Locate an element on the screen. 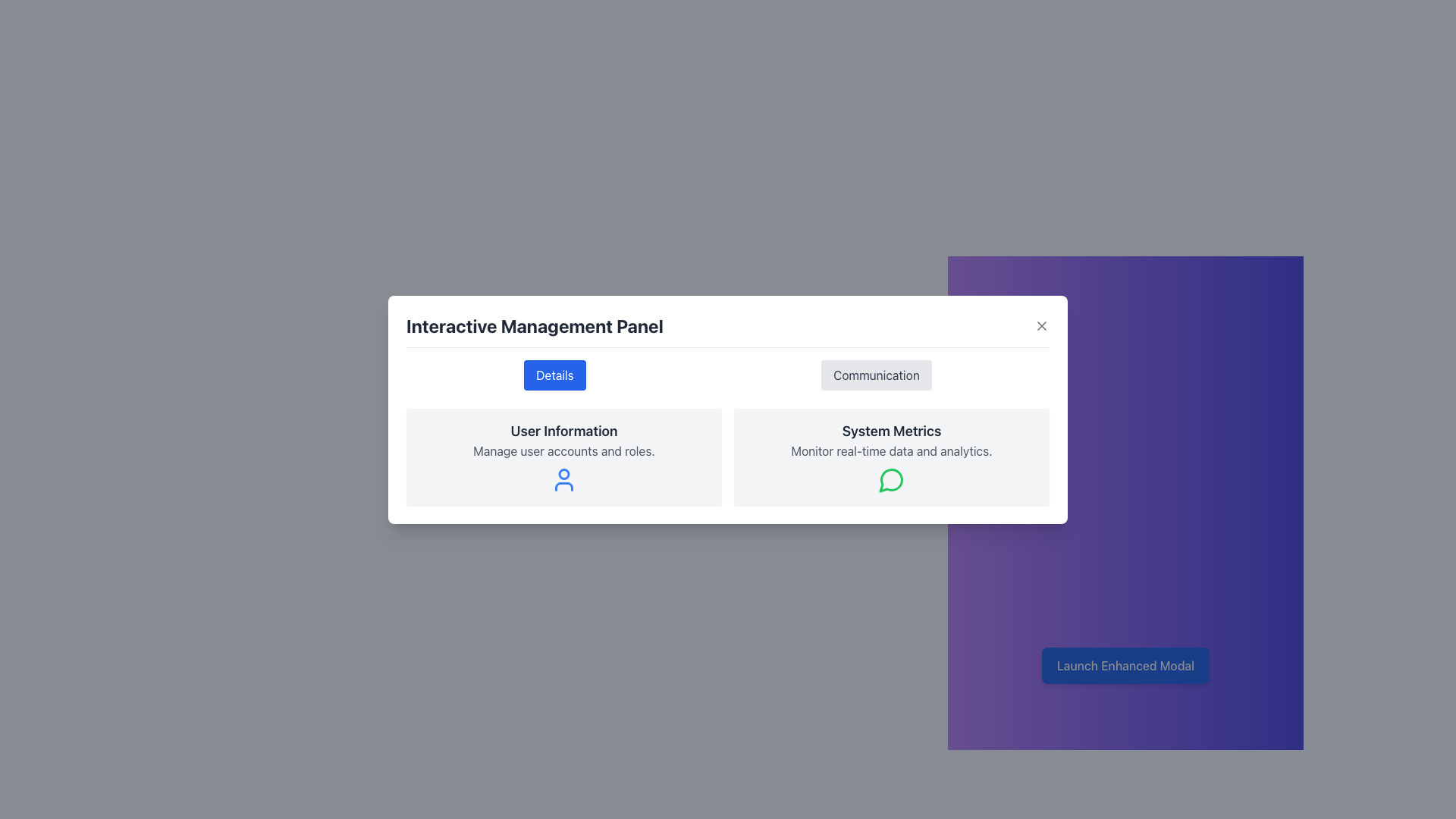 This screenshot has height=819, width=1456. text of the Text Label that serves as the title or heading for the modal dialog, located at the top-left section of the header area is located at coordinates (535, 325).